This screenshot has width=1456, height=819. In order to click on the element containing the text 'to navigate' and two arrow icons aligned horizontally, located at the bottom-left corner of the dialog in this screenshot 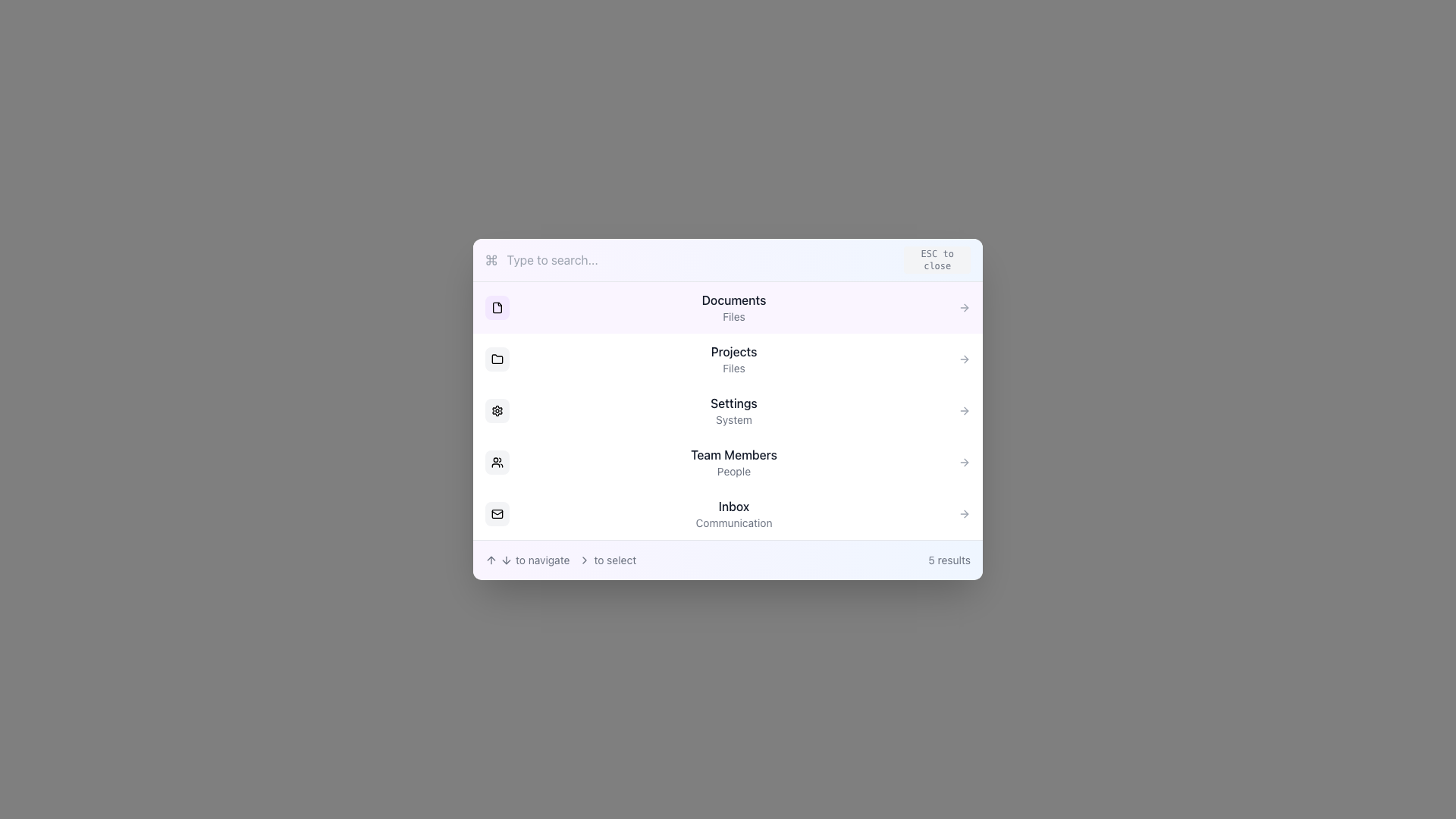, I will do `click(527, 560)`.